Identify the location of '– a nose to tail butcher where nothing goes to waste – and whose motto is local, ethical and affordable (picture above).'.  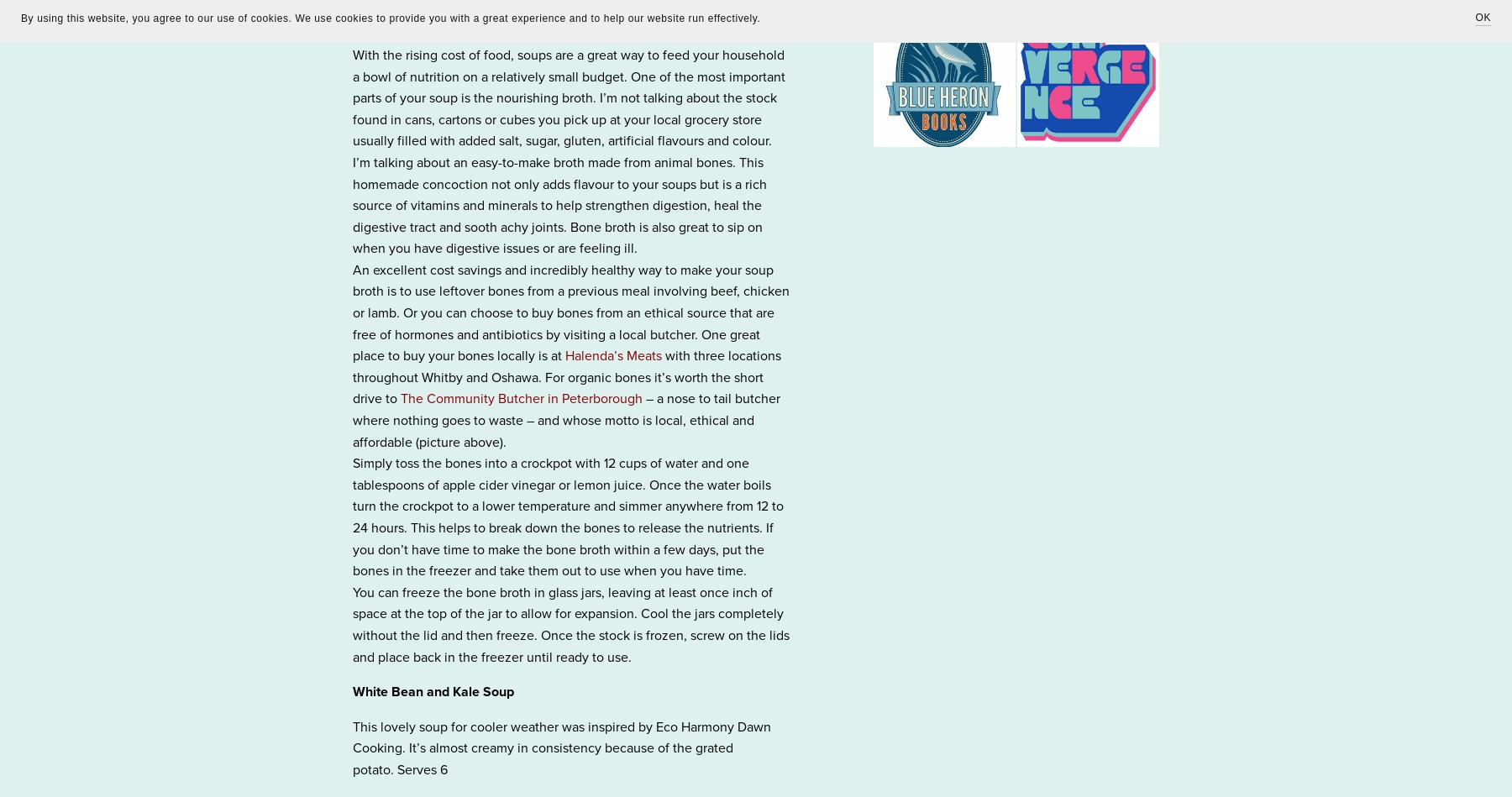
(352, 419).